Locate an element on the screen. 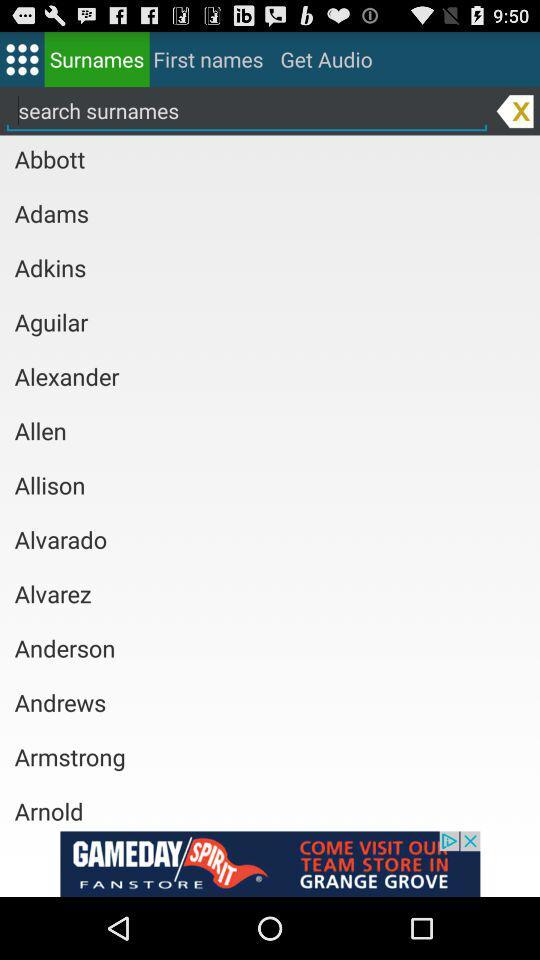  backspace is located at coordinates (515, 110).